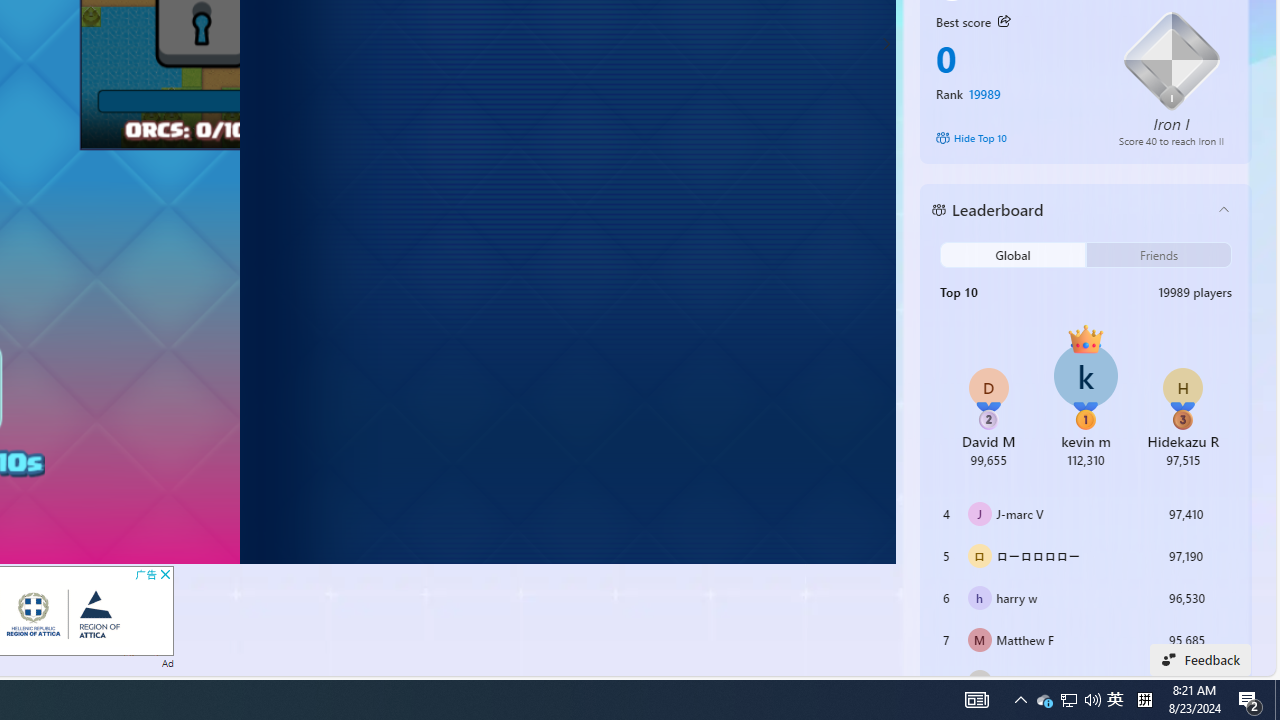 The width and height of the screenshot is (1280, 720). What do you see at coordinates (1200, 659) in the screenshot?
I see `'Feedback'` at bounding box center [1200, 659].